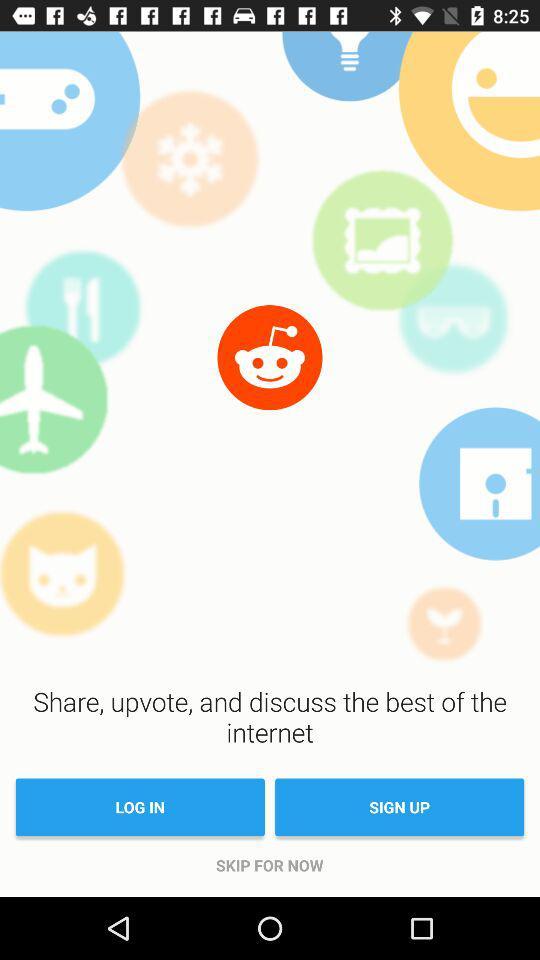  Describe the element at coordinates (399, 807) in the screenshot. I see `icon at the bottom right corner` at that location.